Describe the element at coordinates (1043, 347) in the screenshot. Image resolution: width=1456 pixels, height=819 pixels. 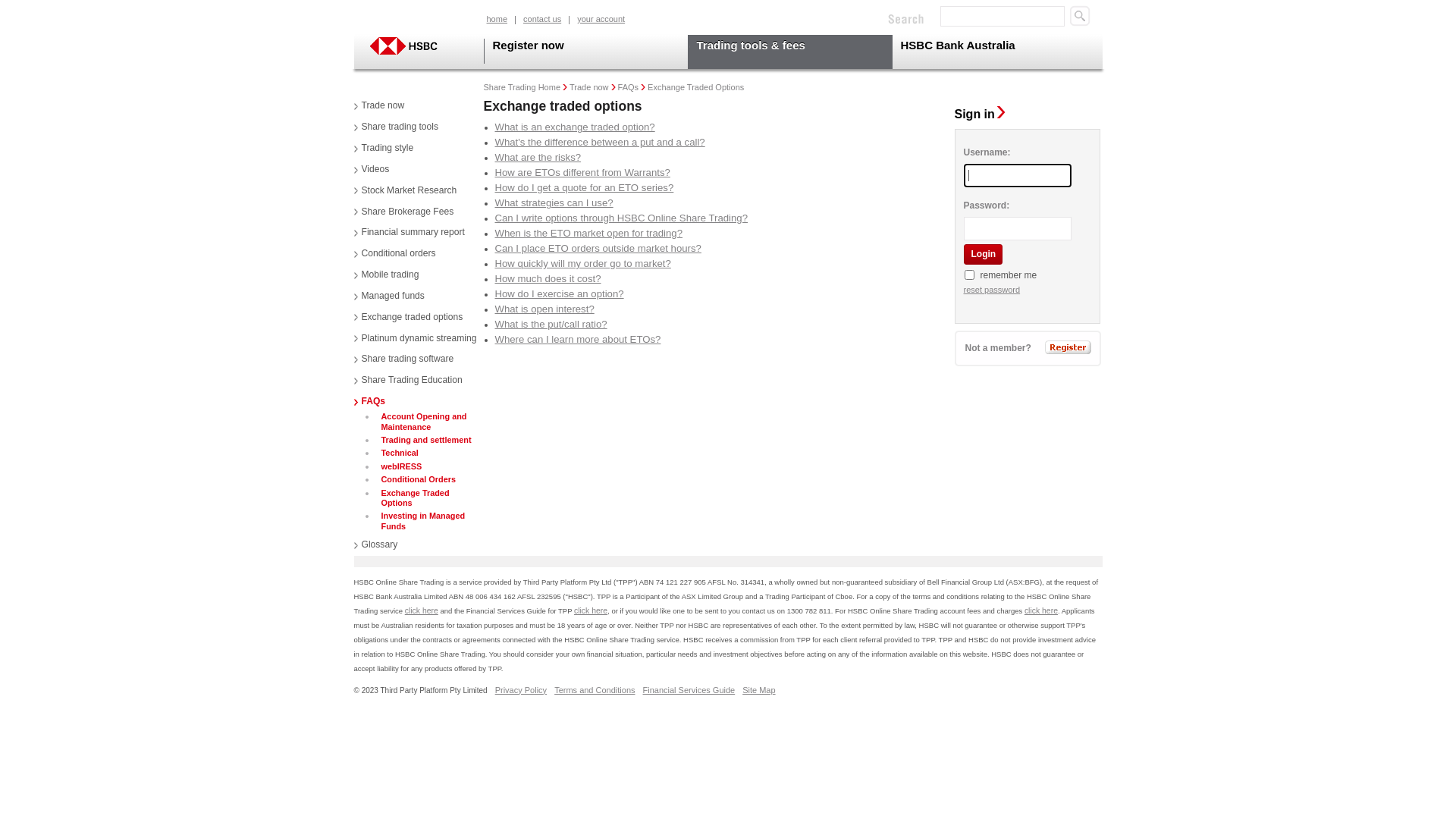
I see `'register'` at that location.